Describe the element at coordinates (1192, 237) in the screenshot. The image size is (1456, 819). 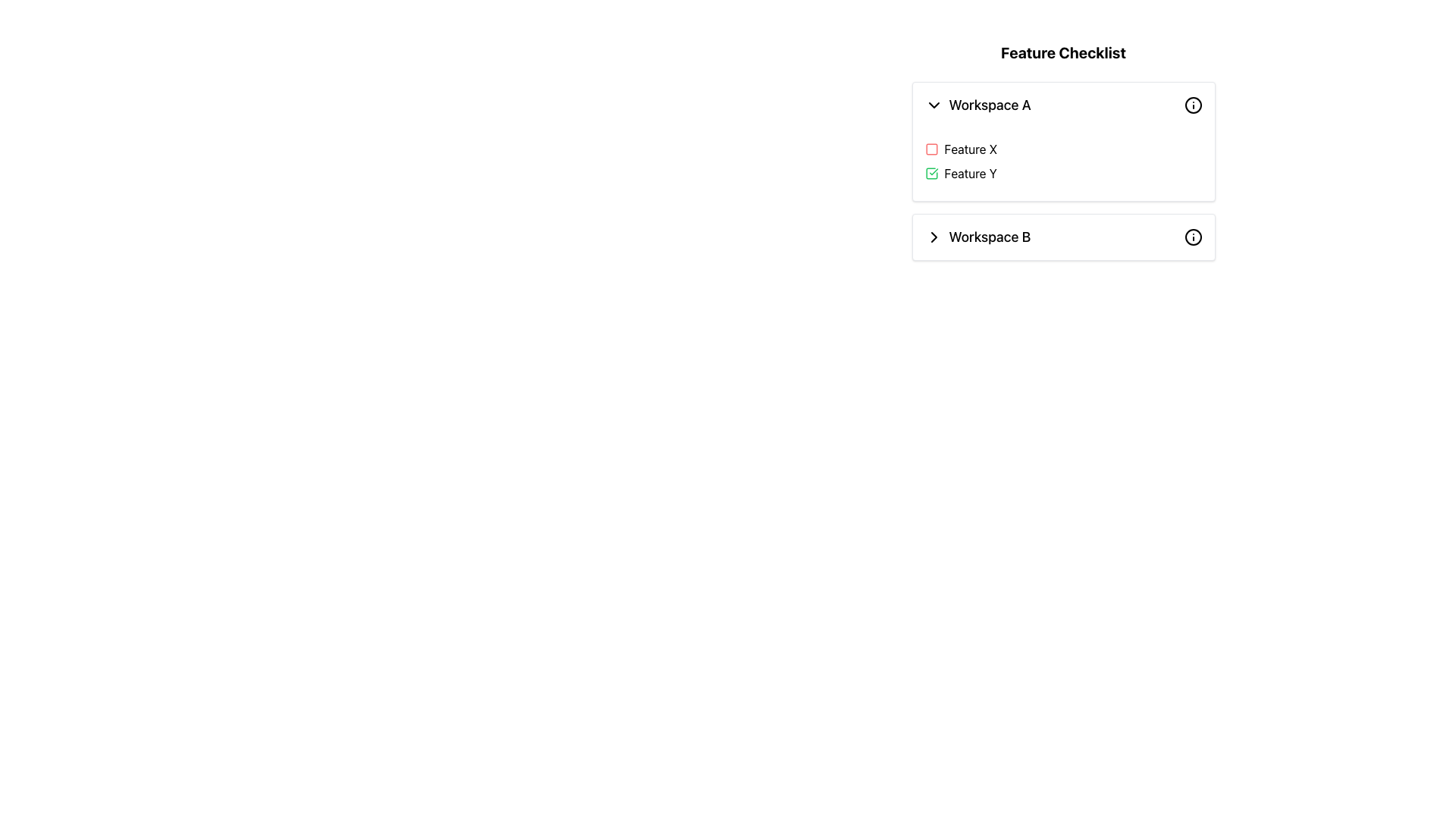
I see `the interactive icon positioned at the far right of the row labeled 'Workspace B'` at that location.